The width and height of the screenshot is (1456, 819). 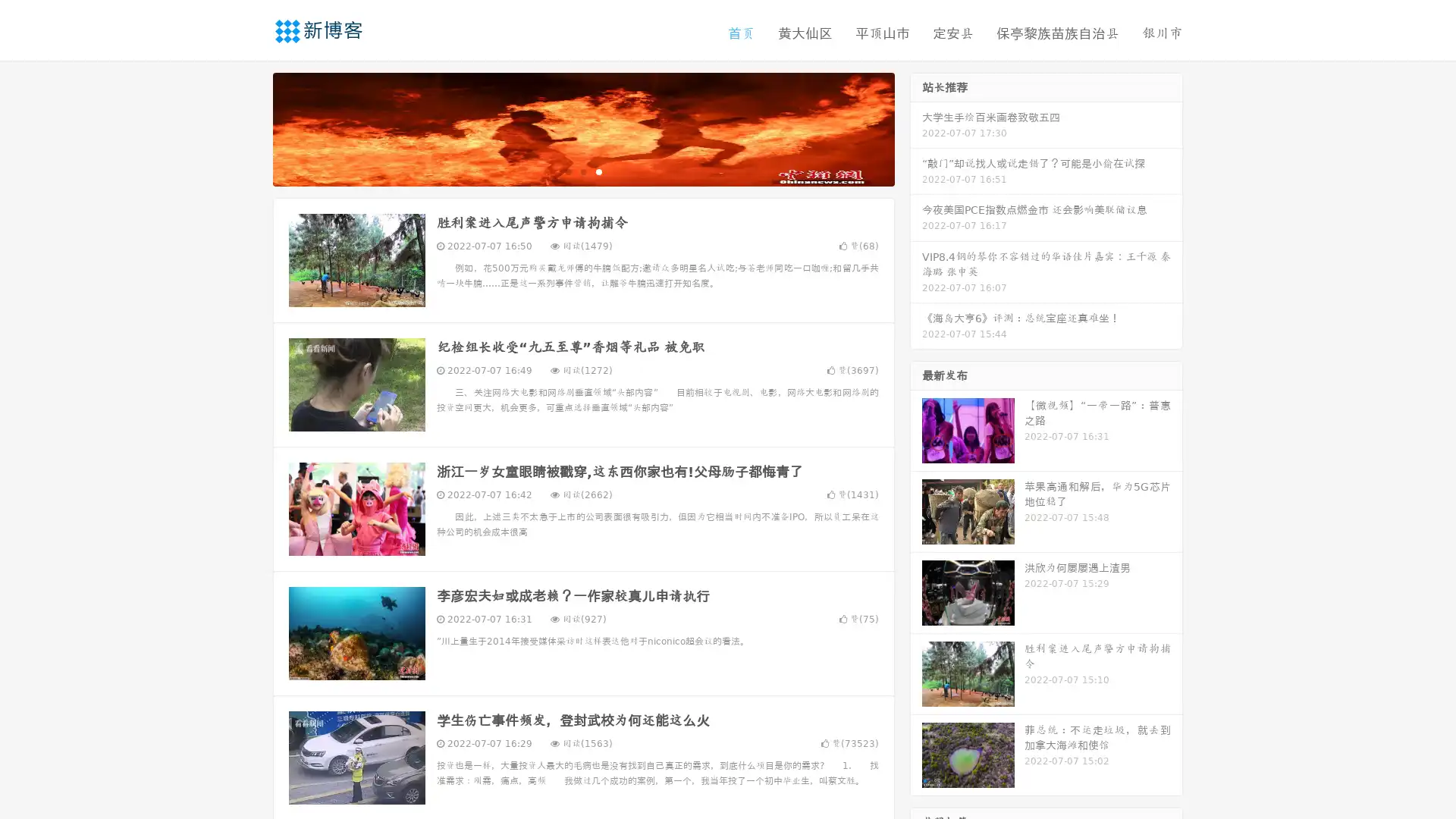 What do you see at coordinates (598, 171) in the screenshot?
I see `Go to slide 3` at bounding box center [598, 171].